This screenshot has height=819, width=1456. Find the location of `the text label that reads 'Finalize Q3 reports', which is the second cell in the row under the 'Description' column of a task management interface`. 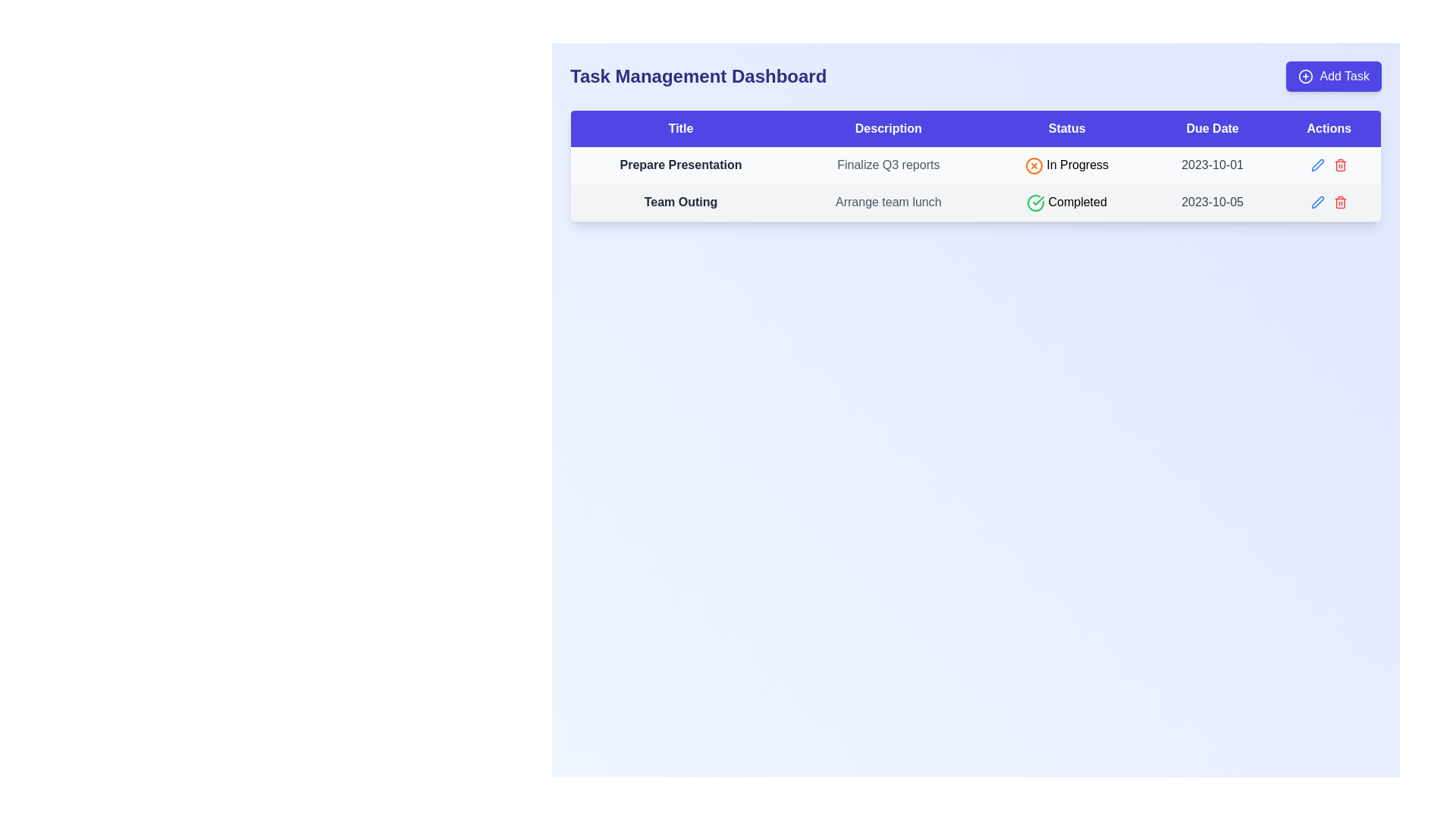

the text label that reads 'Finalize Q3 reports', which is the second cell in the row under the 'Description' column of a task management interface is located at coordinates (888, 165).